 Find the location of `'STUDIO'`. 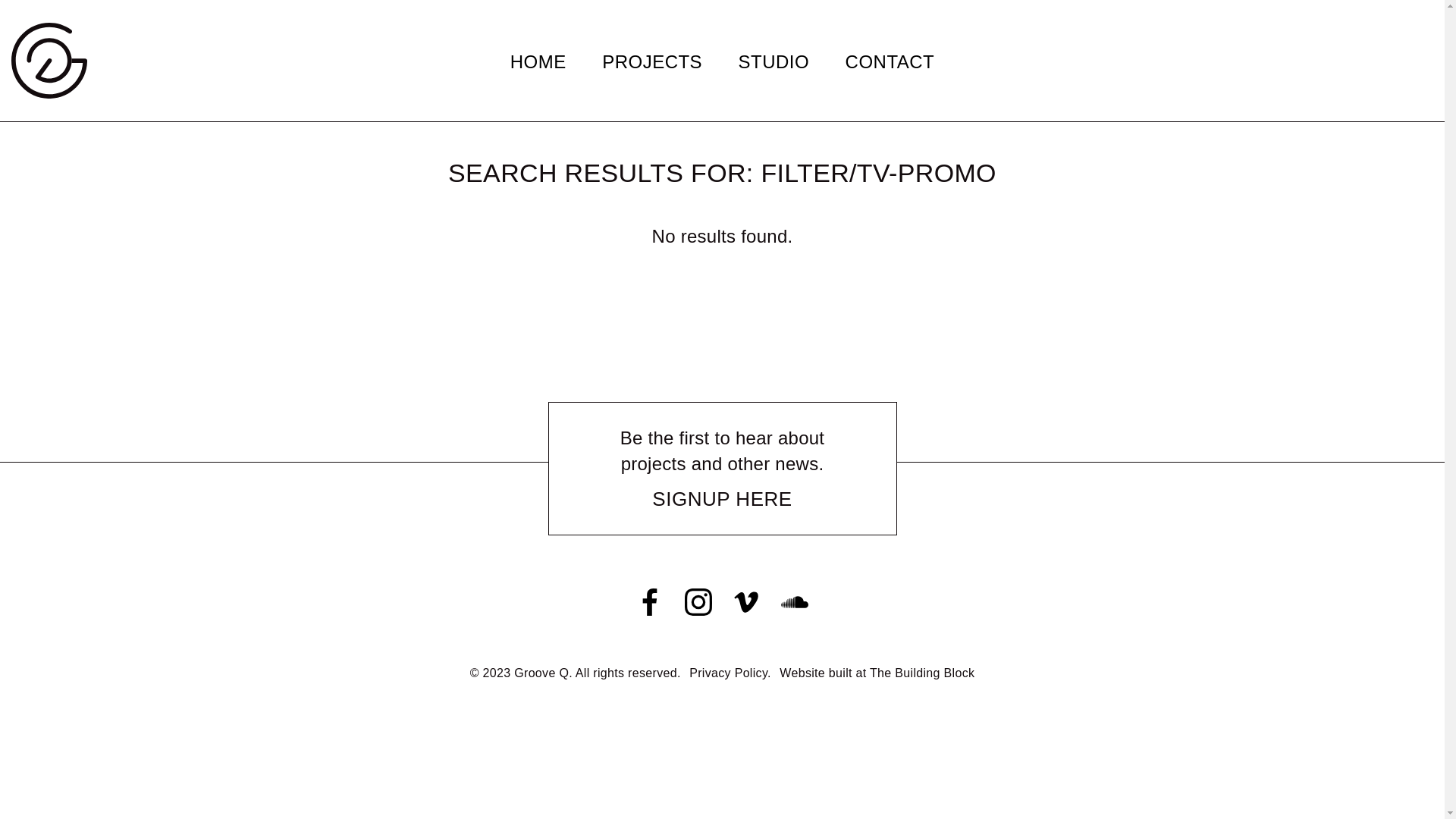

'STUDIO' is located at coordinates (739, 61).